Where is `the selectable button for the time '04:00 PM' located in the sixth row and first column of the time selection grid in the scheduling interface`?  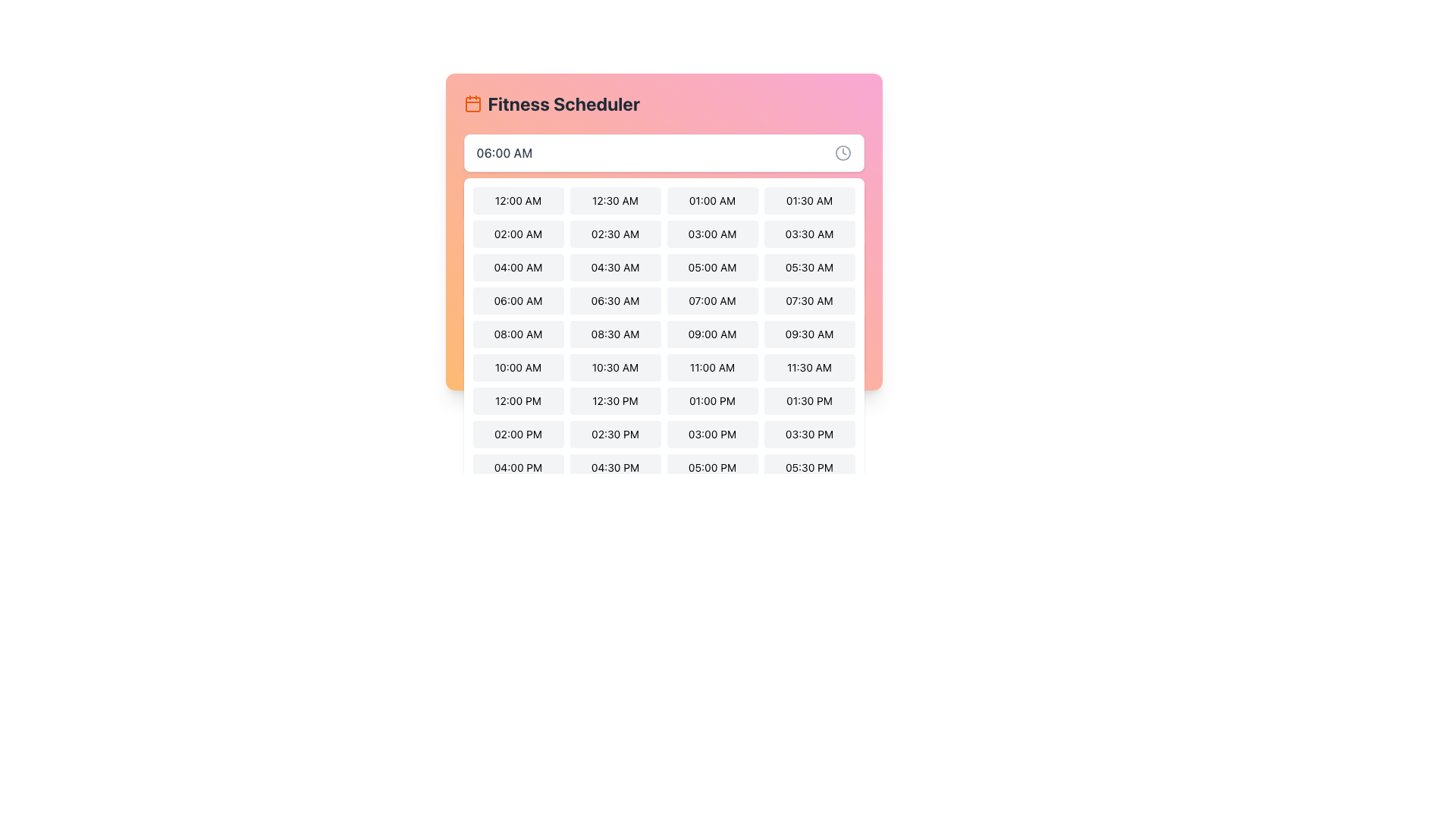
the selectable button for the time '04:00 PM' located in the sixth row and first column of the time selection grid in the scheduling interface is located at coordinates (518, 467).